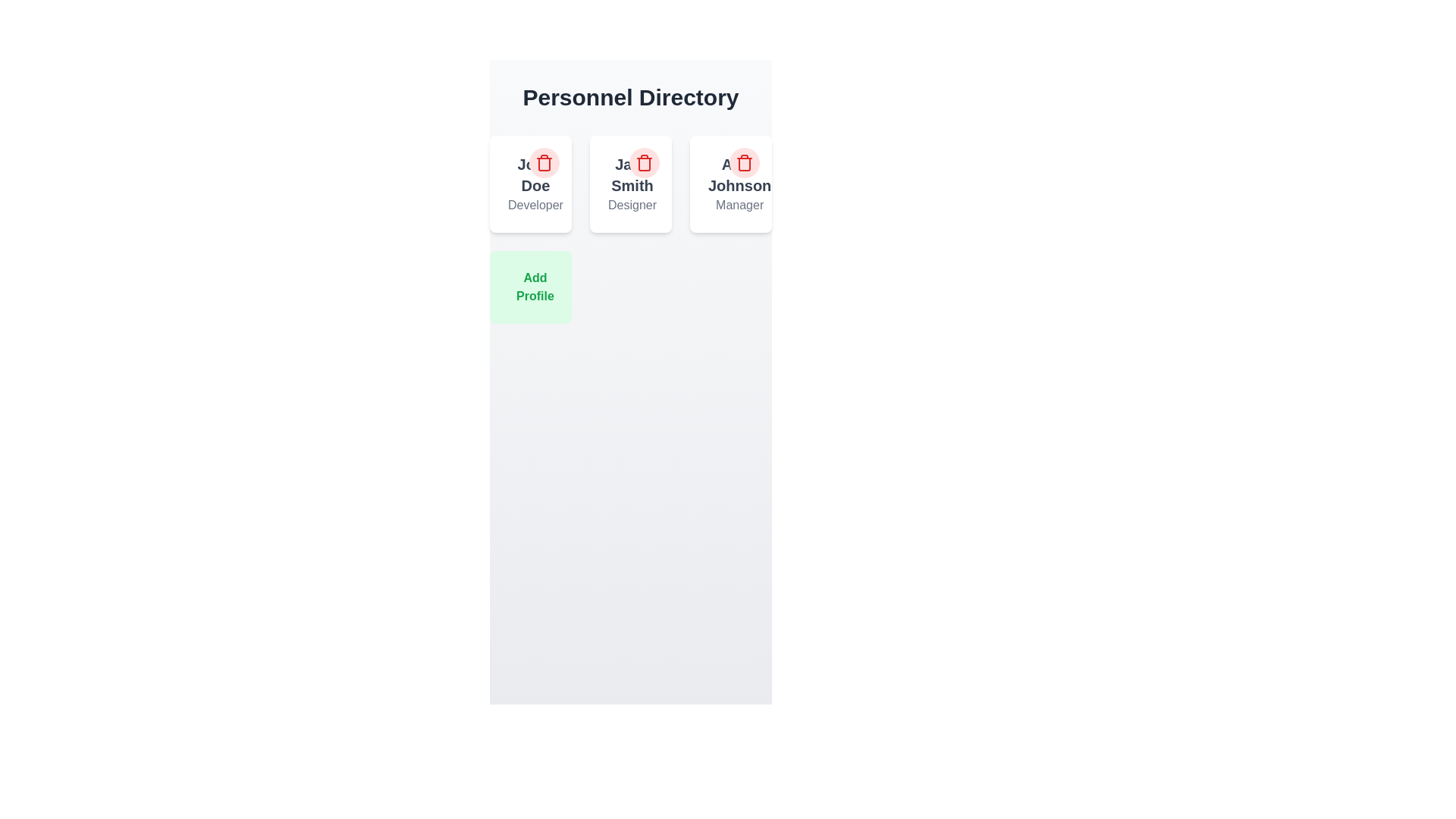 This screenshot has height=819, width=1456. What do you see at coordinates (535, 287) in the screenshot?
I see `the Text Label that indicates the action for adding a new profile, positioned below the user cards in the card layout` at bounding box center [535, 287].